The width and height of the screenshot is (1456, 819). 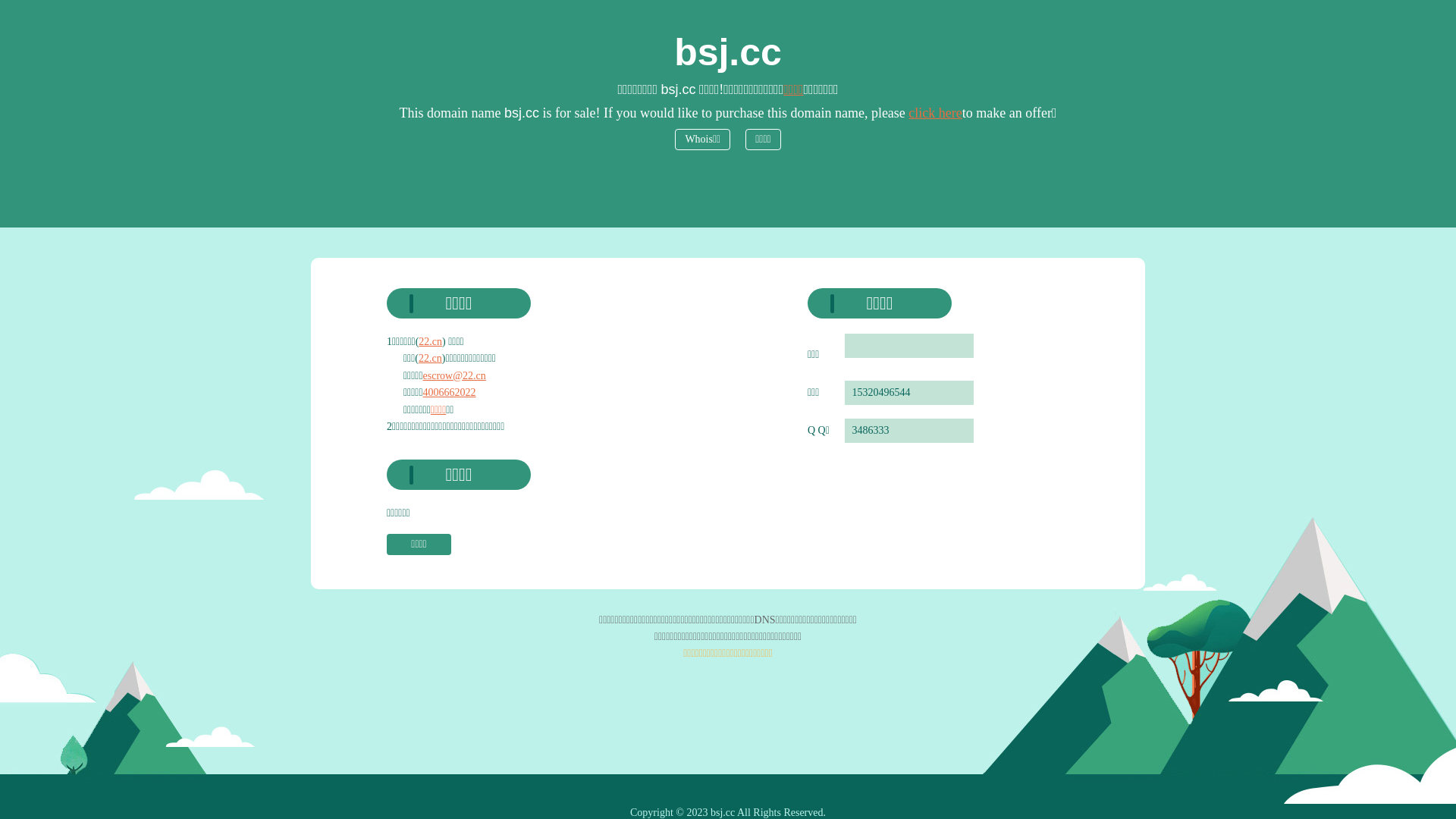 I want to click on '22.cn', so click(x=419, y=341).